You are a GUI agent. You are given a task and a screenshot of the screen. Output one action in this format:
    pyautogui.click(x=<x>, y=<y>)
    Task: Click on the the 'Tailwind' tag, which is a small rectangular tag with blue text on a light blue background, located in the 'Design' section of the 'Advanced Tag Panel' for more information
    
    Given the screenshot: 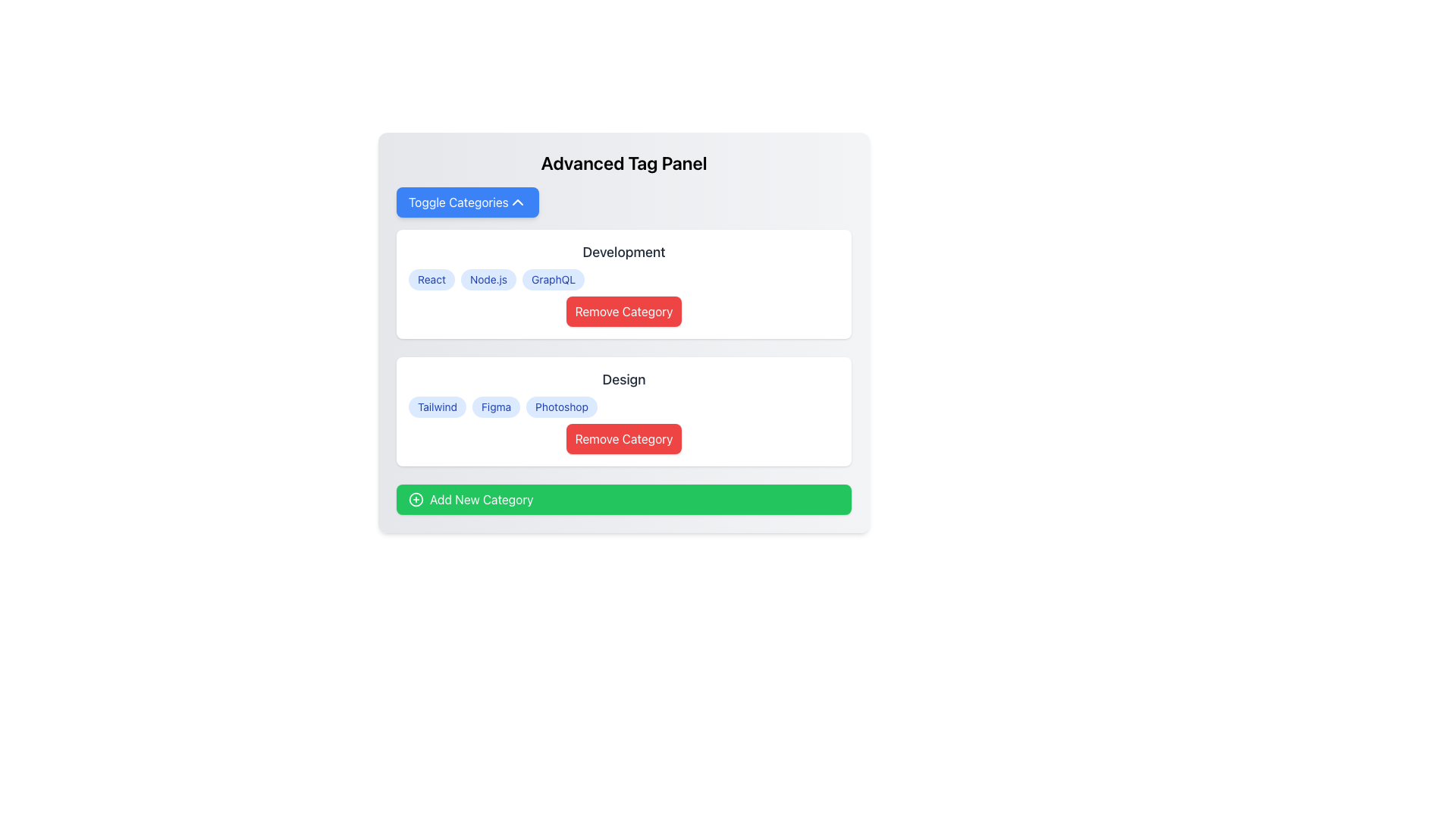 What is the action you would take?
    pyautogui.click(x=436, y=406)
    